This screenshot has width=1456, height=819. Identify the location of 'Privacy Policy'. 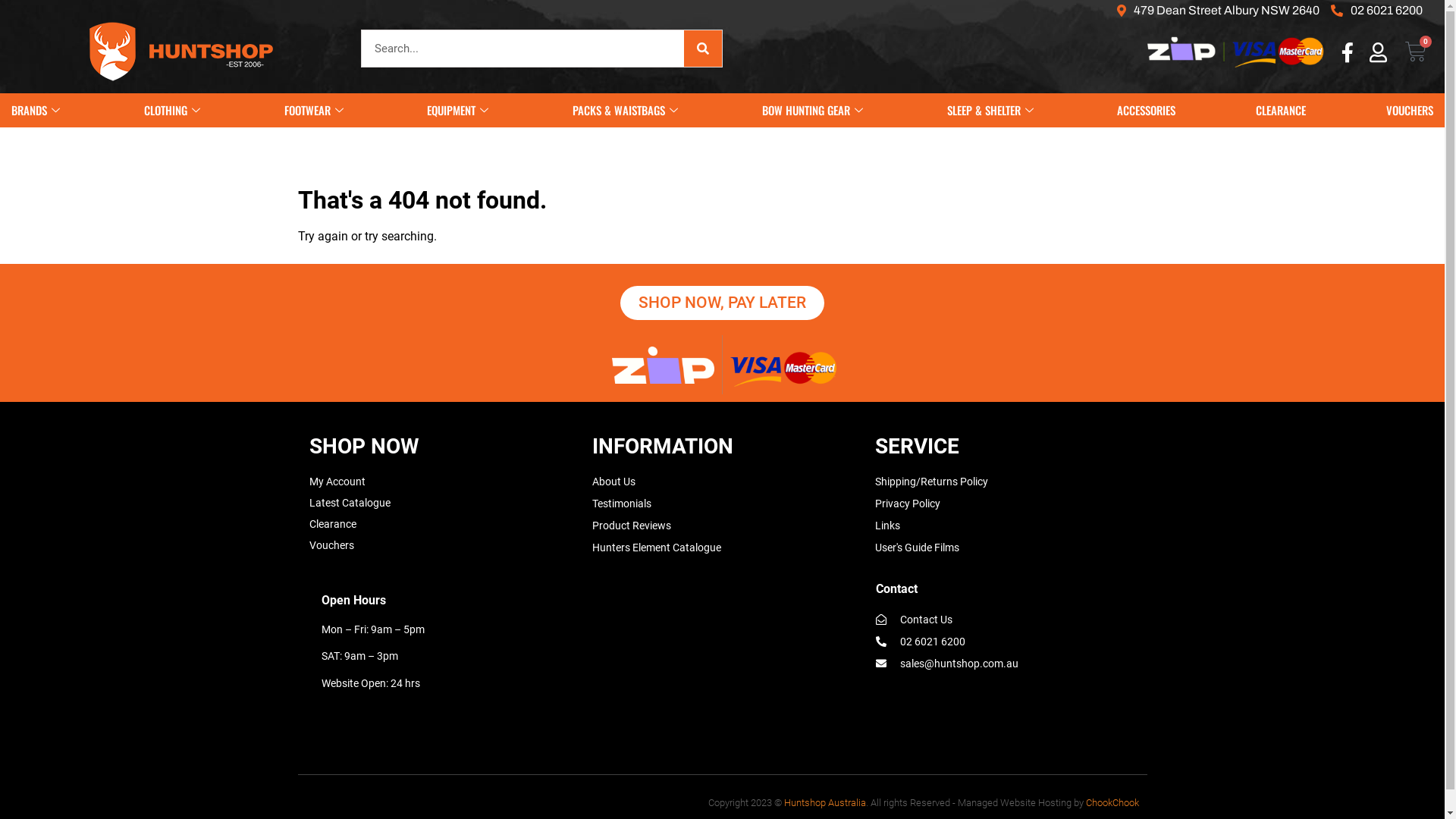
(907, 503).